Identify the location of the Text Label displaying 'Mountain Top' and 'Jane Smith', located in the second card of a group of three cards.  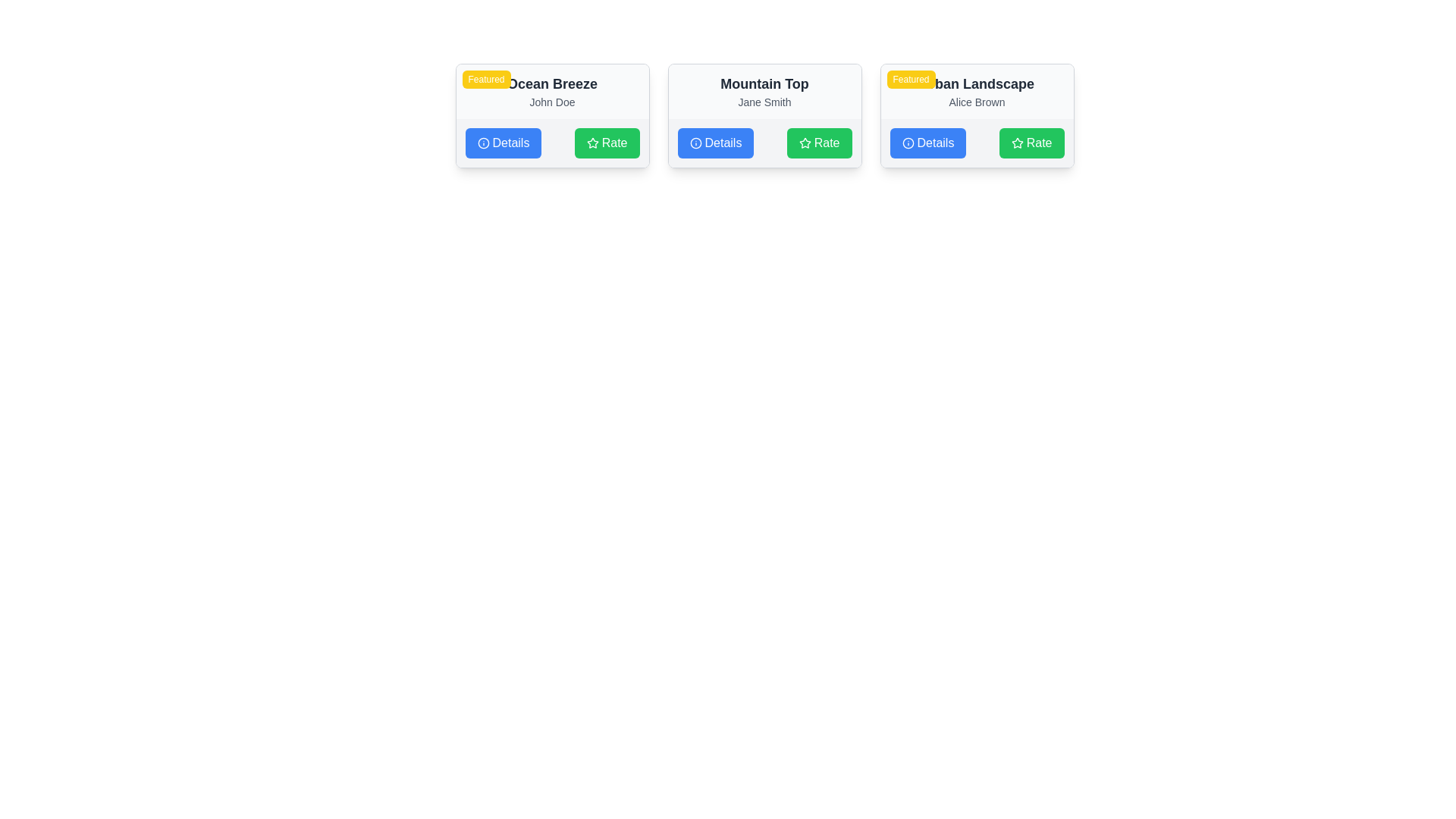
(764, 91).